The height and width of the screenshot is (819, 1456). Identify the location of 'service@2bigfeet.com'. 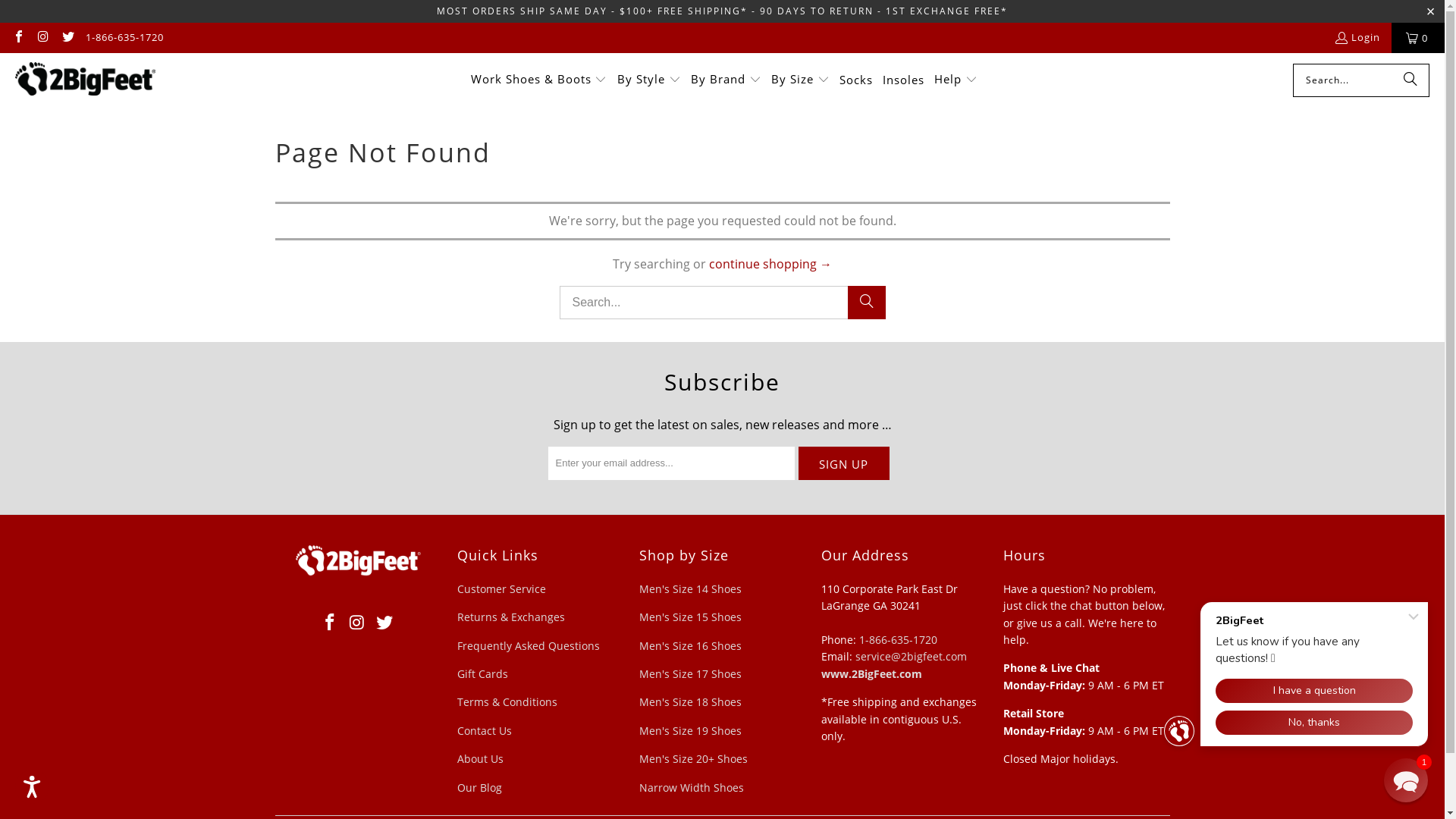
(910, 655).